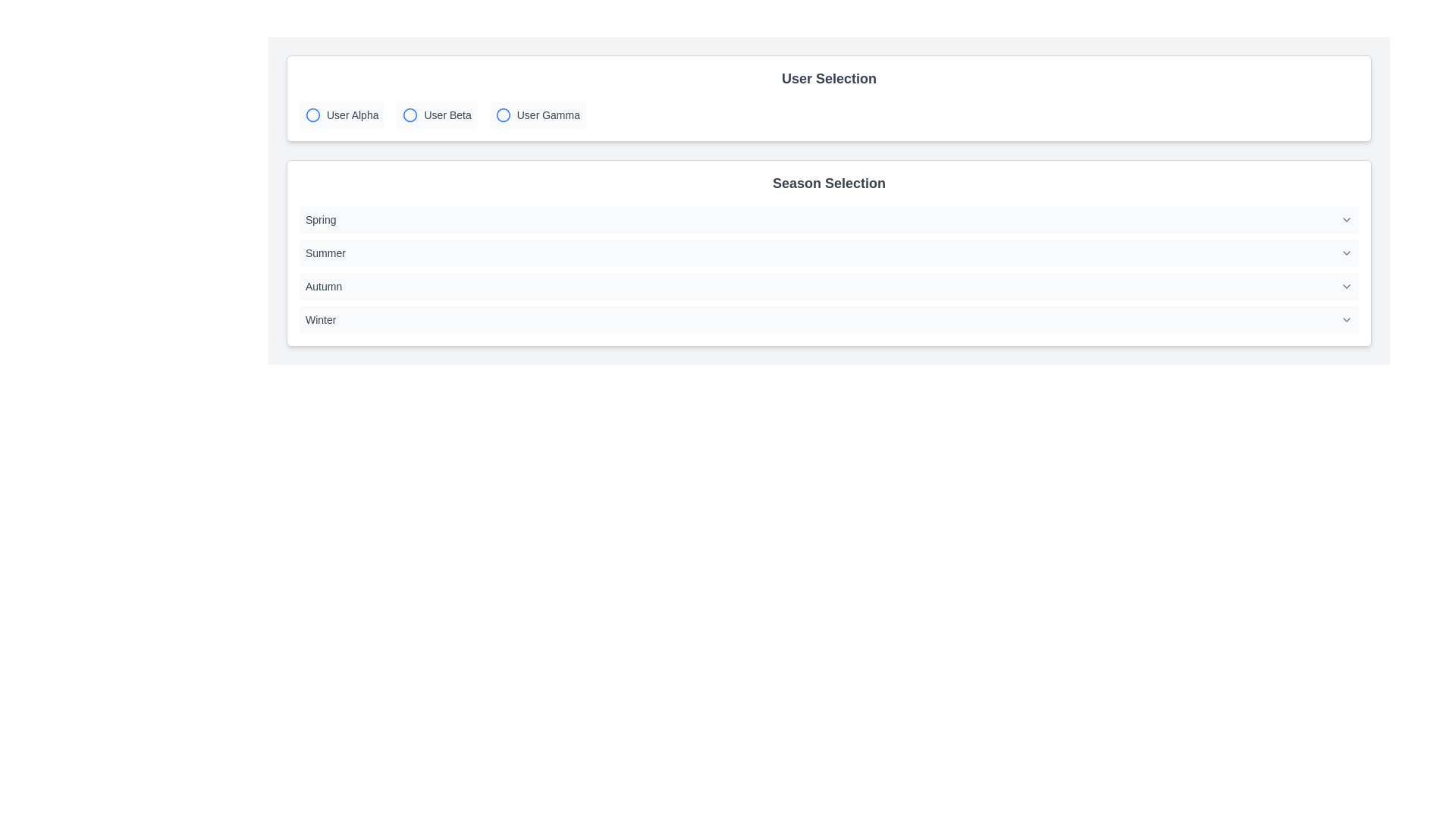 This screenshot has height=819, width=1456. I want to click on 'User Selection' label, which is a bold, dark gray text located at the top of the 'User Selection' section, so click(828, 79).